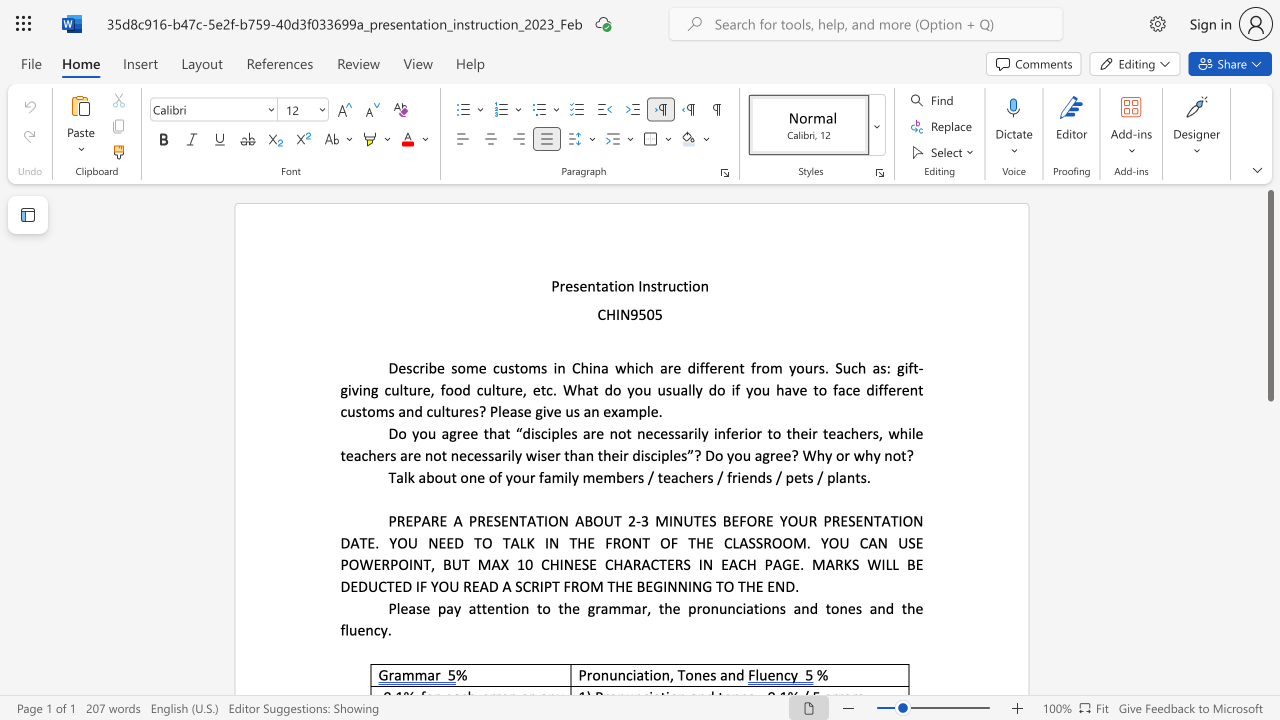 The height and width of the screenshot is (720, 1280). What do you see at coordinates (581, 675) in the screenshot?
I see `the 1th character "P" in the text` at bounding box center [581, 675].